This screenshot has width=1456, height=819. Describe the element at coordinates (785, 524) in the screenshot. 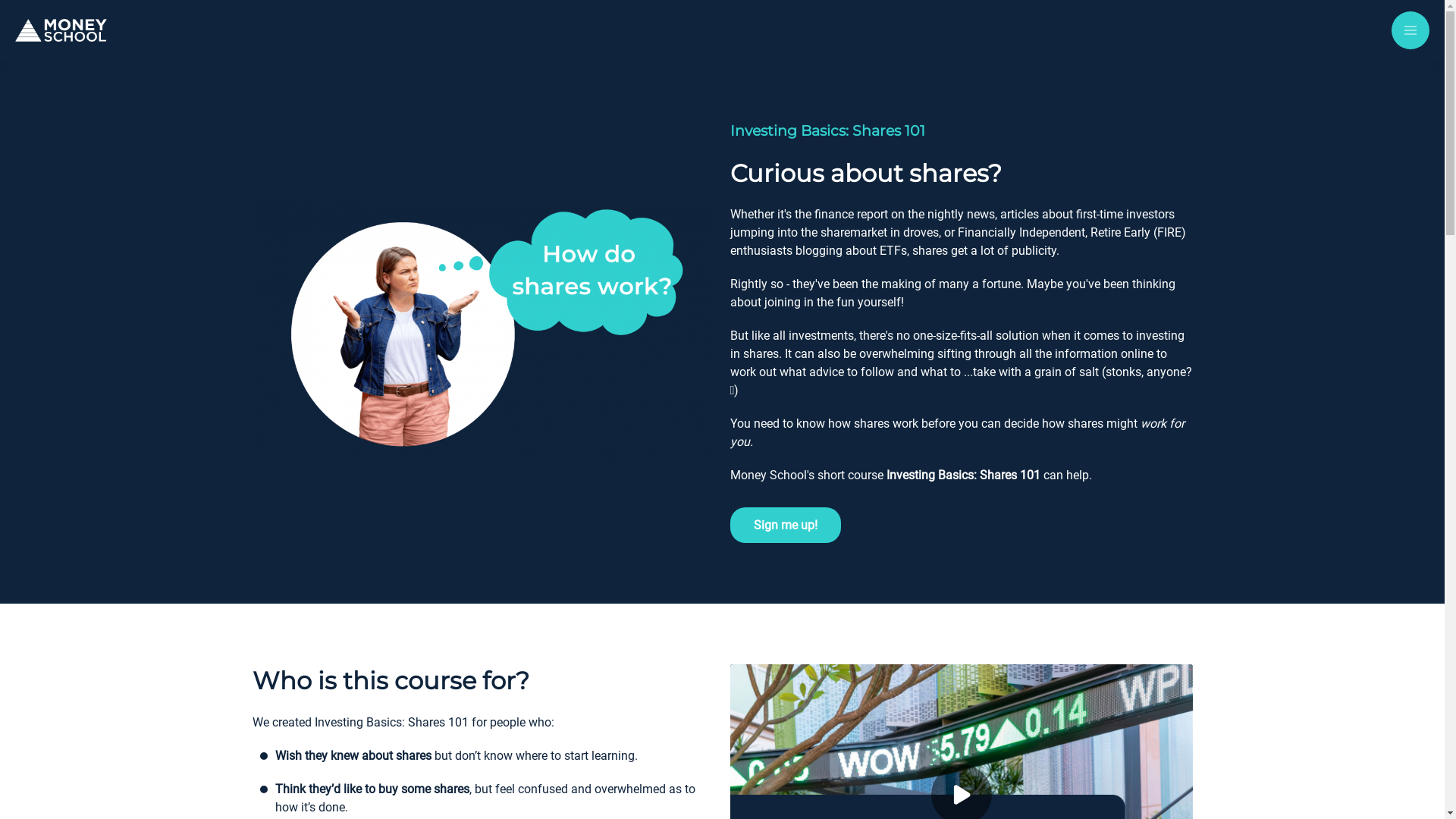

I see `'Sign me up!'` at that location.